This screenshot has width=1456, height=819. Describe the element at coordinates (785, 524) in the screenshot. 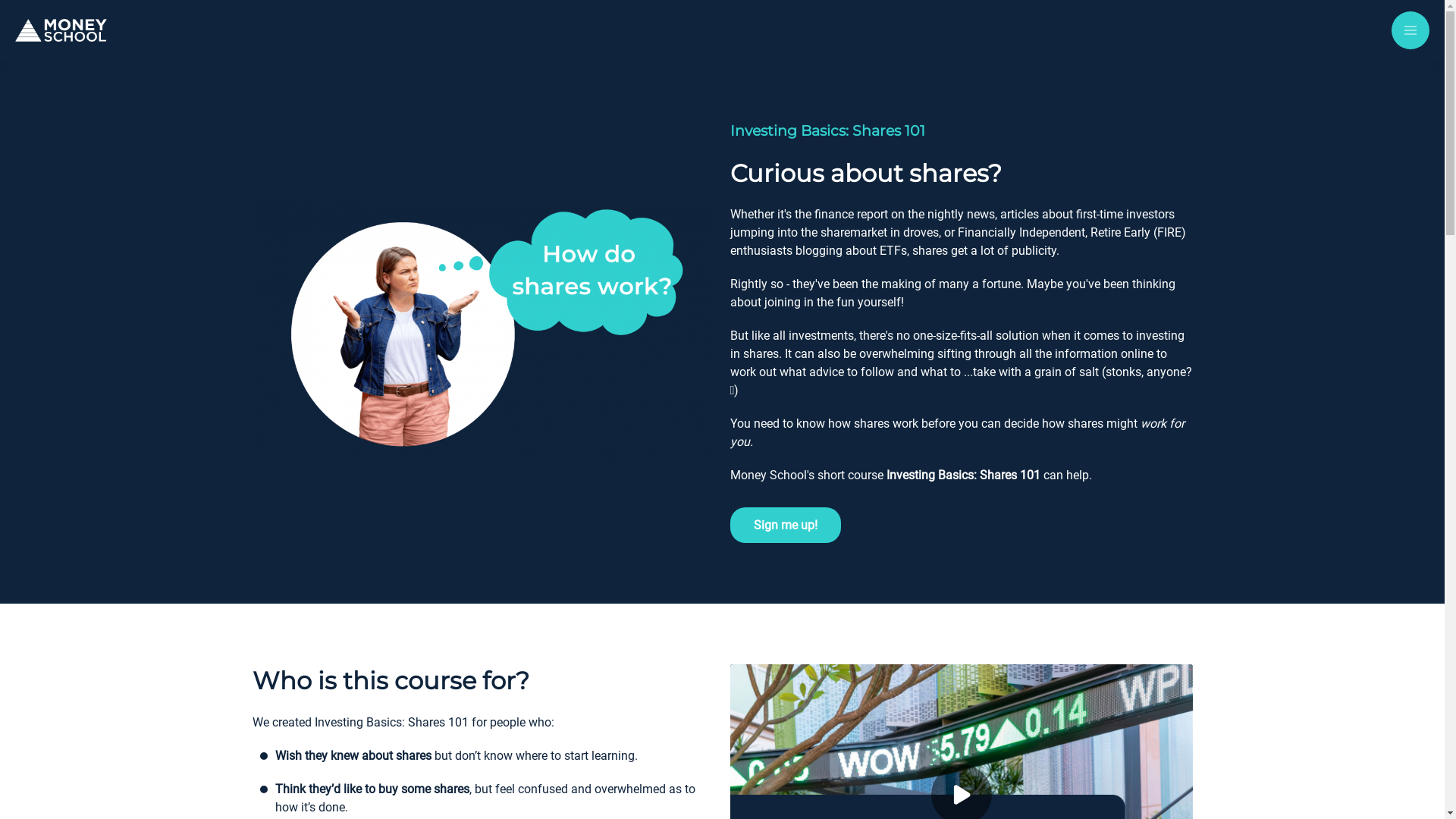

I see `'Sign me up!'` at that location.